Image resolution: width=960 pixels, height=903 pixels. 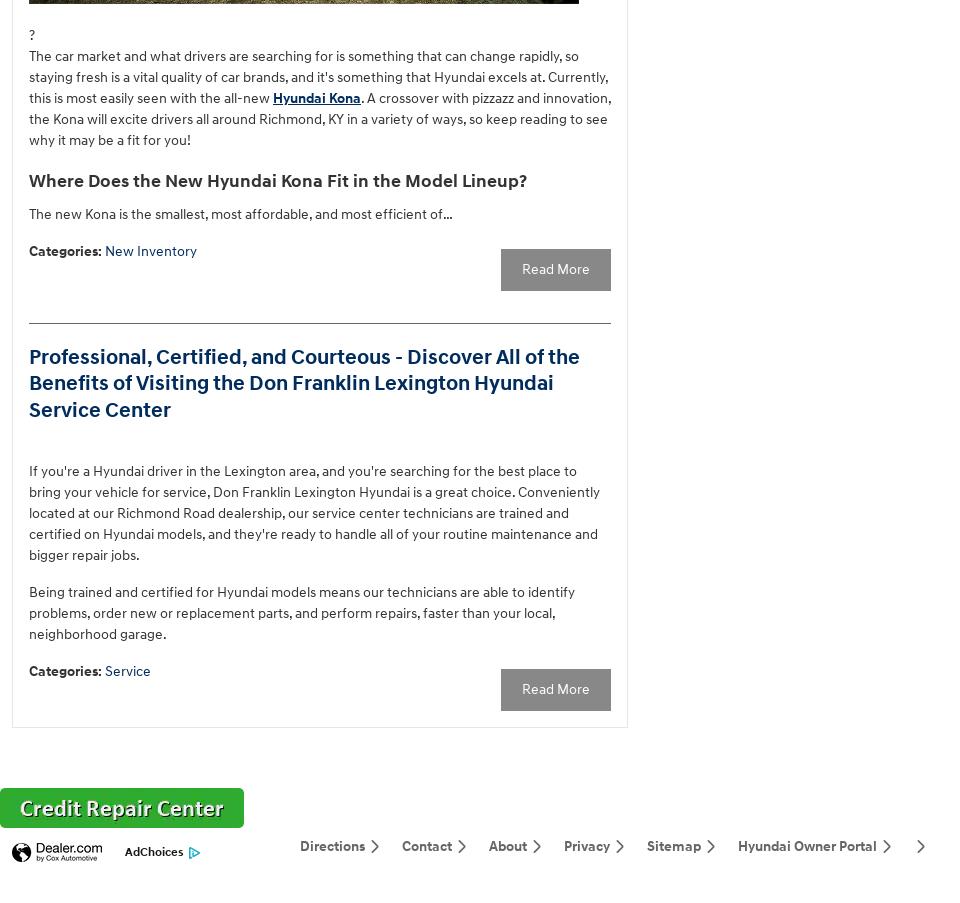 I want to click on 'If you're a Hyundai driver in the Lexington area, and you're searching for the best place to bring your vehicle for service, Don Franklin Lexington Hyundai is a great choice. Conveniently located at our Richmond Road dealership, our service center technicians are trained and certified on Hyundai models, and they're ready to handle all of your routine maintenance and bigger repair jobs.', so click(x=314, y=512).